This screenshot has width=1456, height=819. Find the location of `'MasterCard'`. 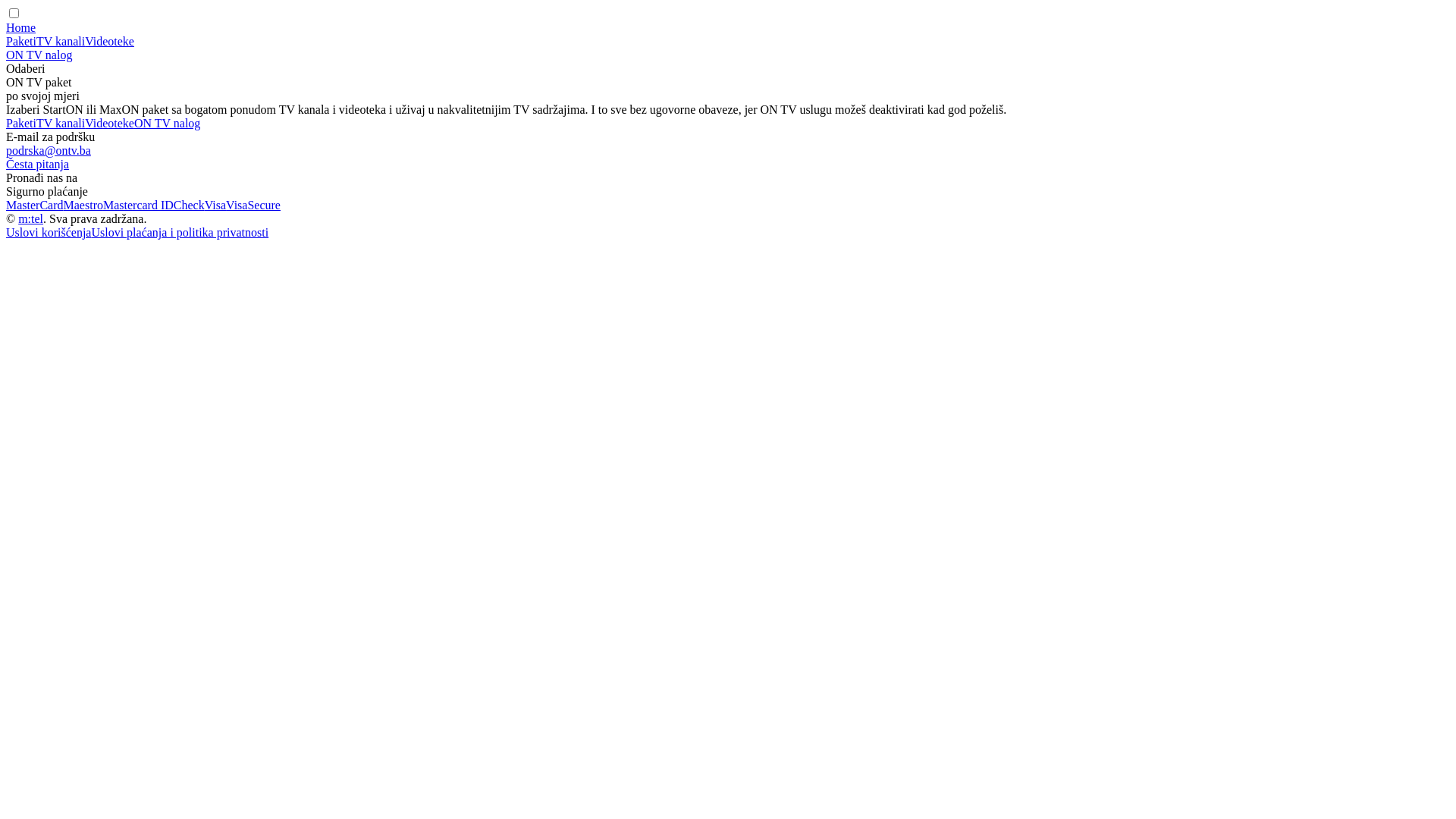

'MasterCard' is located at coordinates (6, 205).